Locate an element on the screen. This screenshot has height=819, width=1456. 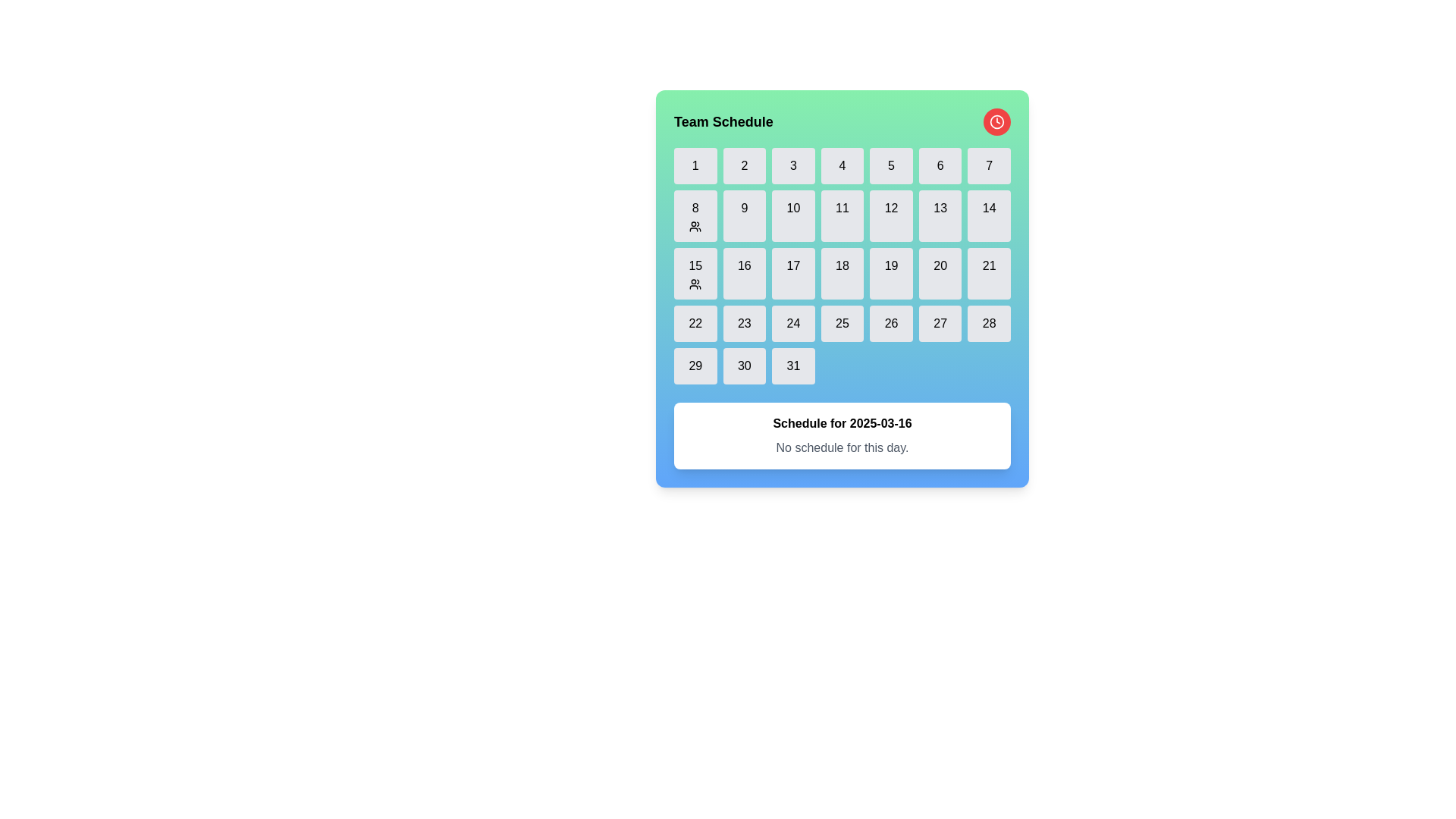
the informational box that indicates the schedule for the selected date, showing no events are scheduled is located at coordinates (841, 435).